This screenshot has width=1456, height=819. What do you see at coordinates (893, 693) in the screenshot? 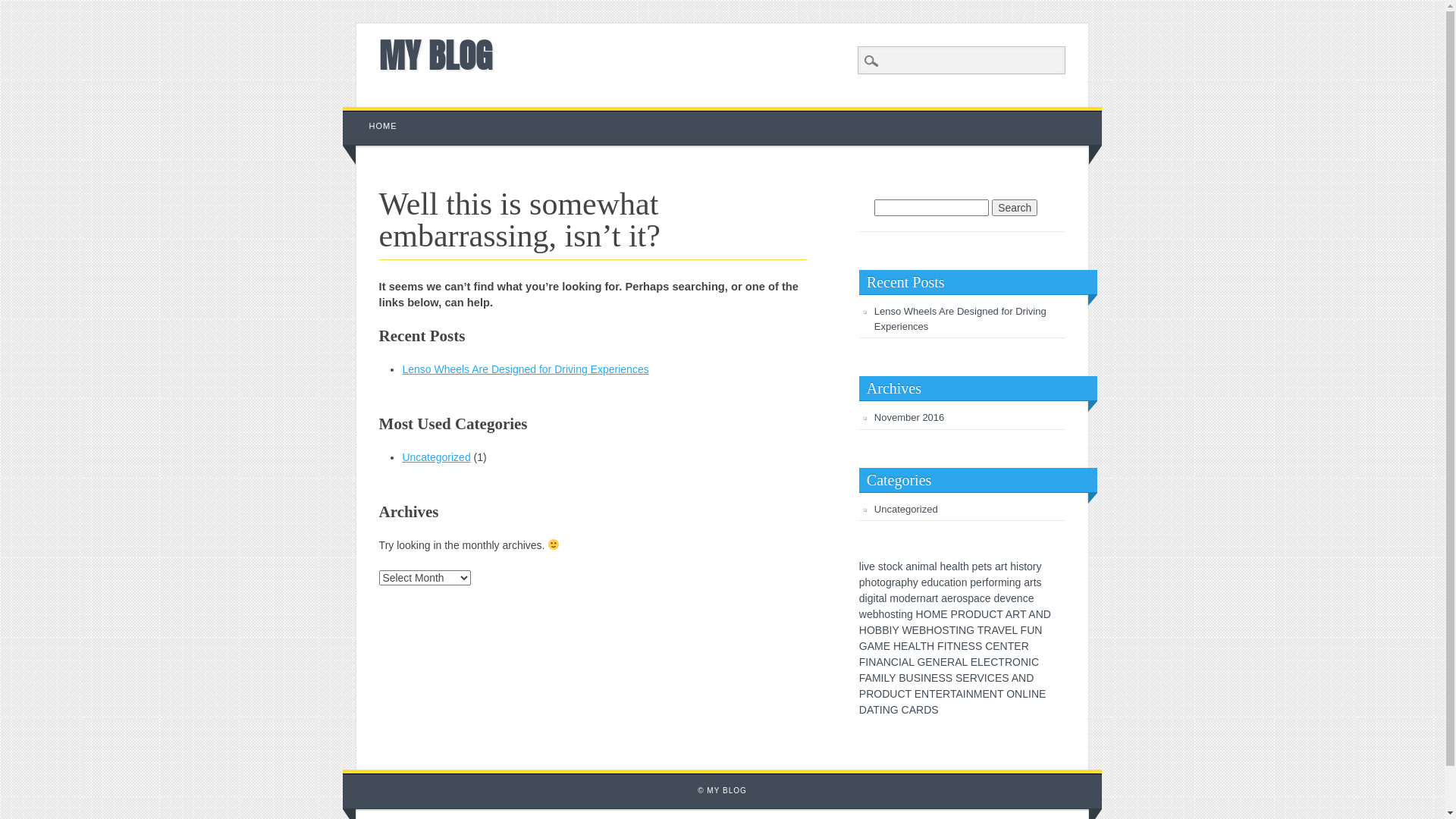
I see `'U'` at bounding box center [893, 693].